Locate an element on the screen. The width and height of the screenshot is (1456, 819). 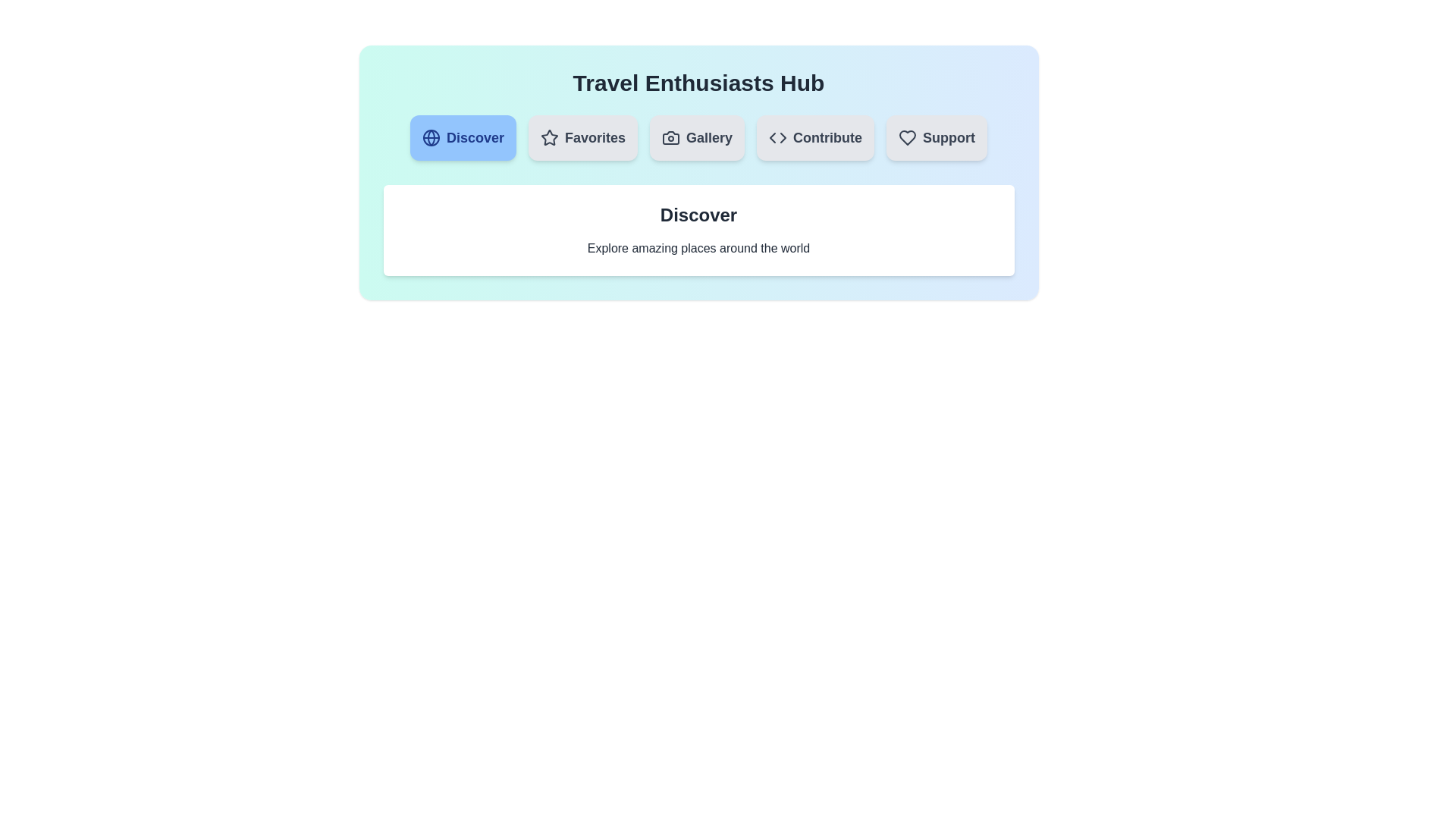
the 'Favorites' button located to the immediate right of the 'Discover' button in the horizontal row of buttons at the top of the interface is located at coordinates (582, 137).